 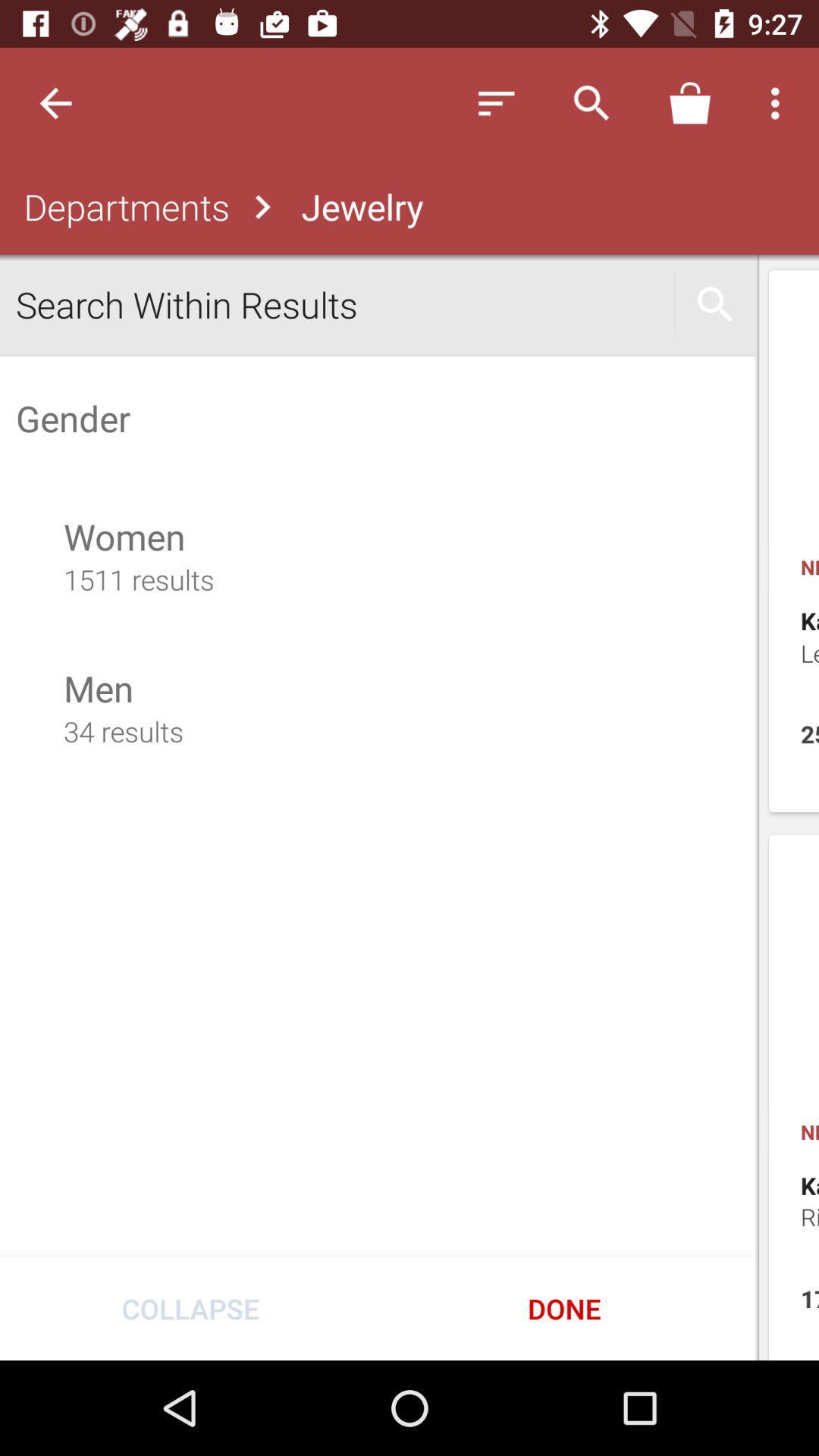 What do you see at coordinates (689, 102) in the screenshot?
I see `the icon next to search icon` at bounding box center [689, 102].